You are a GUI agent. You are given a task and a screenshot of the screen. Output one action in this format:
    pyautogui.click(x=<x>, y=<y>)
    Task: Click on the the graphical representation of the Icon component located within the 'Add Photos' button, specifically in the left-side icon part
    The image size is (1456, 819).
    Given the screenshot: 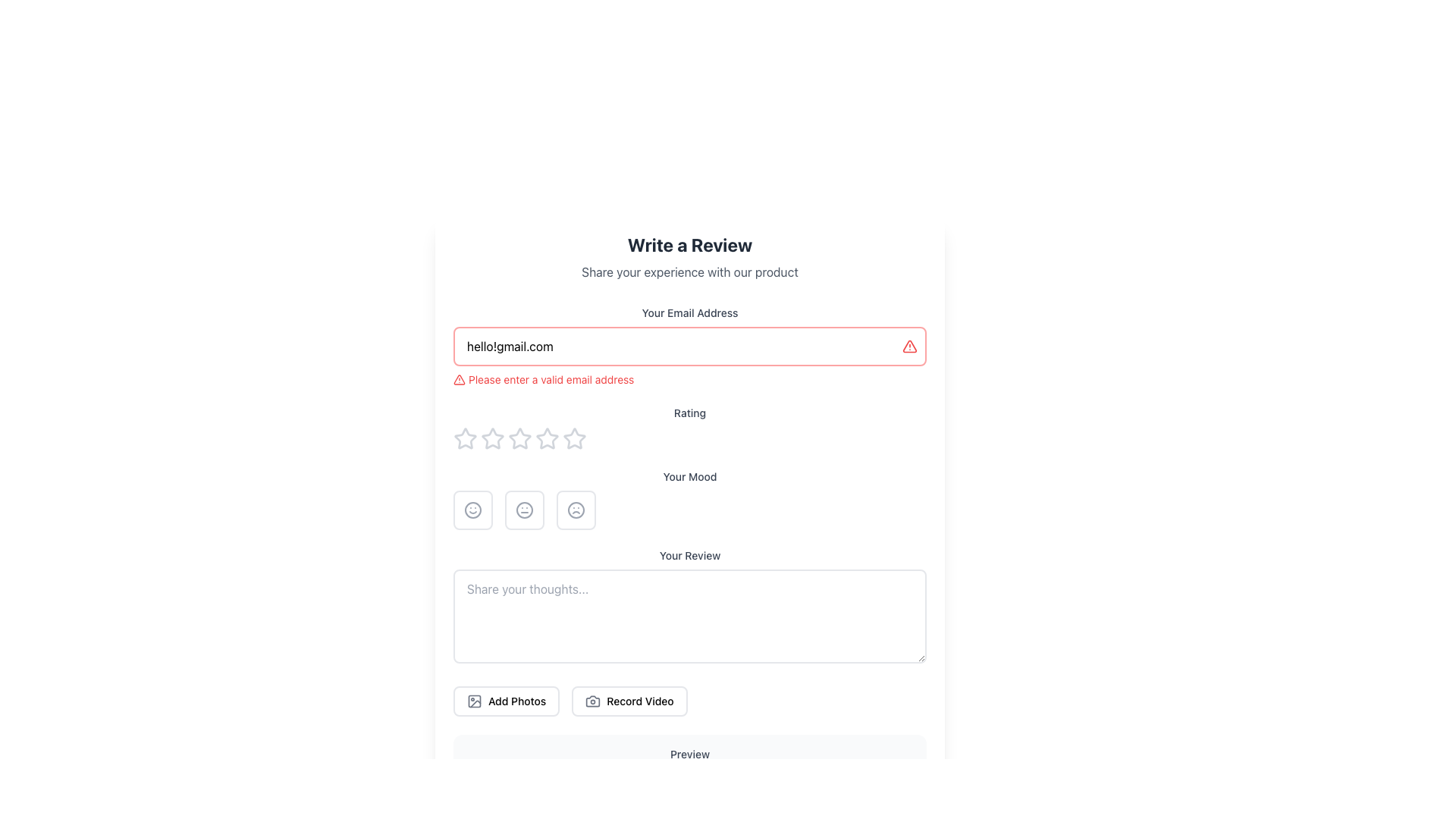 What is the action you would take?
    pyautogui.click(x=473, y=701)
    